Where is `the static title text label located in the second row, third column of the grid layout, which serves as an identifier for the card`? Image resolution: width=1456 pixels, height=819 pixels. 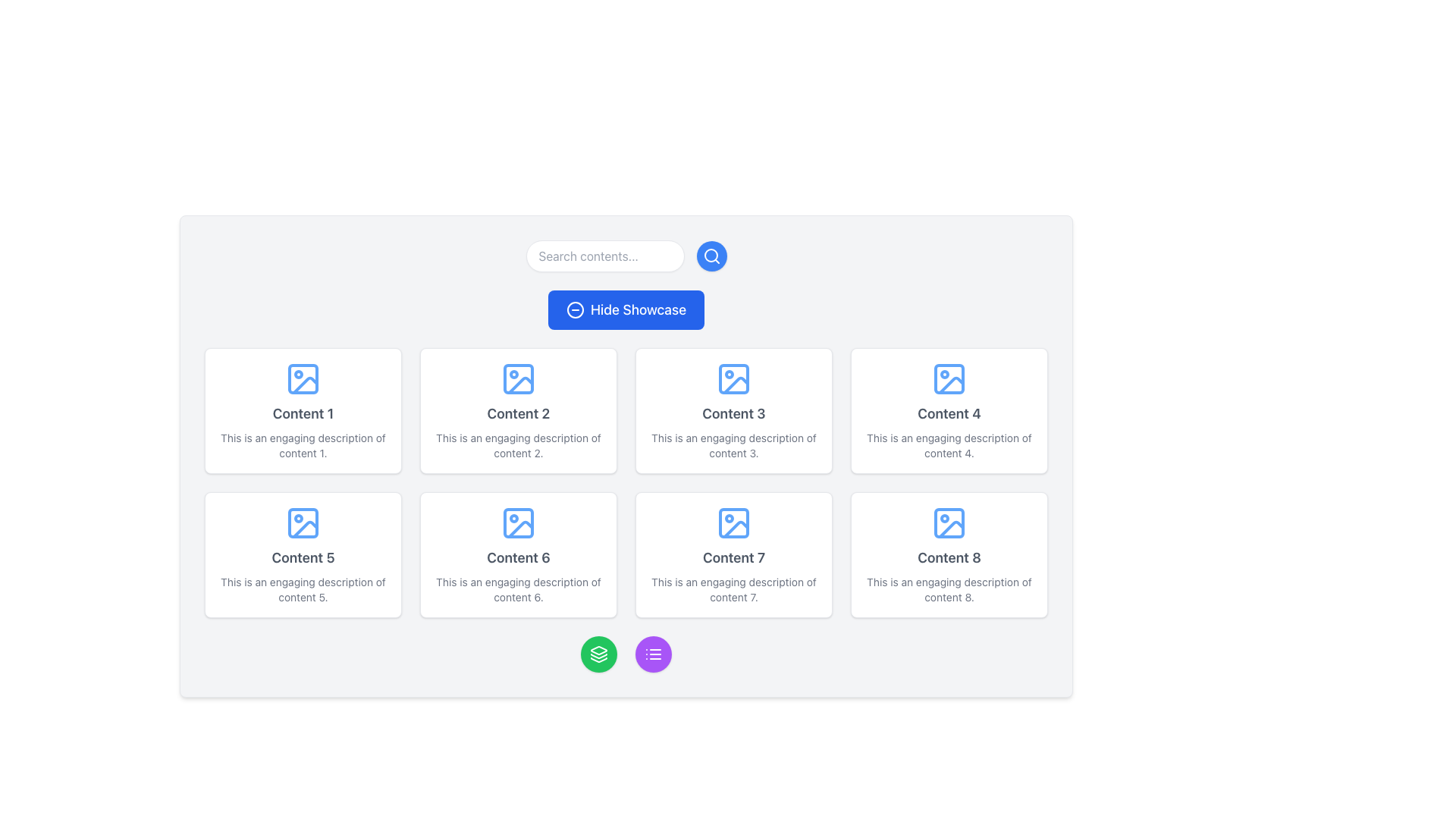 the static title text label located in the second row, third column of the grid layout, which serves as an identifier for the card is located at coordinates (734, 558).